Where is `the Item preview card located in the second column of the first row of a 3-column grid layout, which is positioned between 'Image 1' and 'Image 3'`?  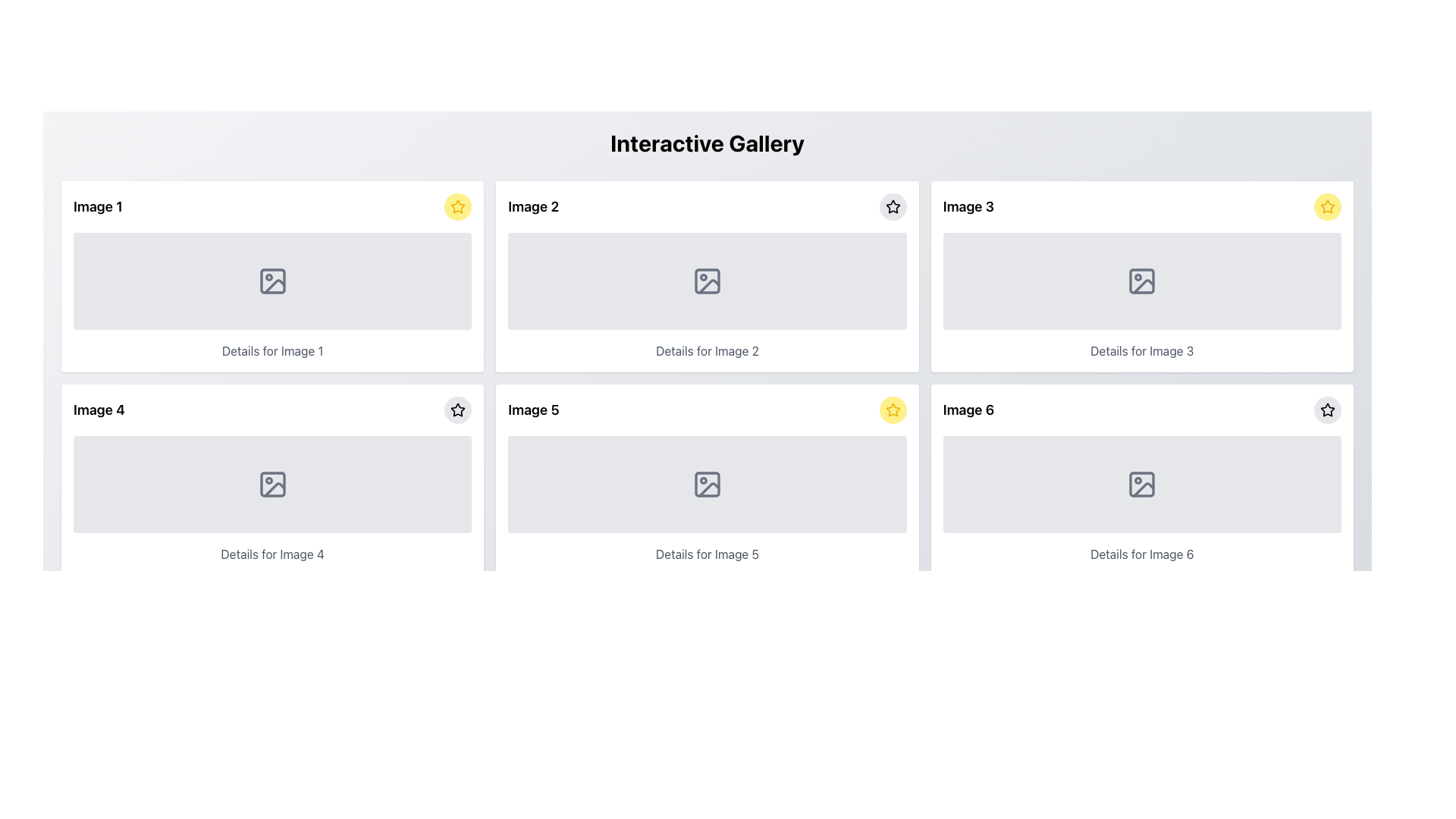 the Item preview card located in the second column of the first row of a 3-column grid layout, which is positioned between 'Image 1' and 'Image 3' is located at coordinates (706, 277).